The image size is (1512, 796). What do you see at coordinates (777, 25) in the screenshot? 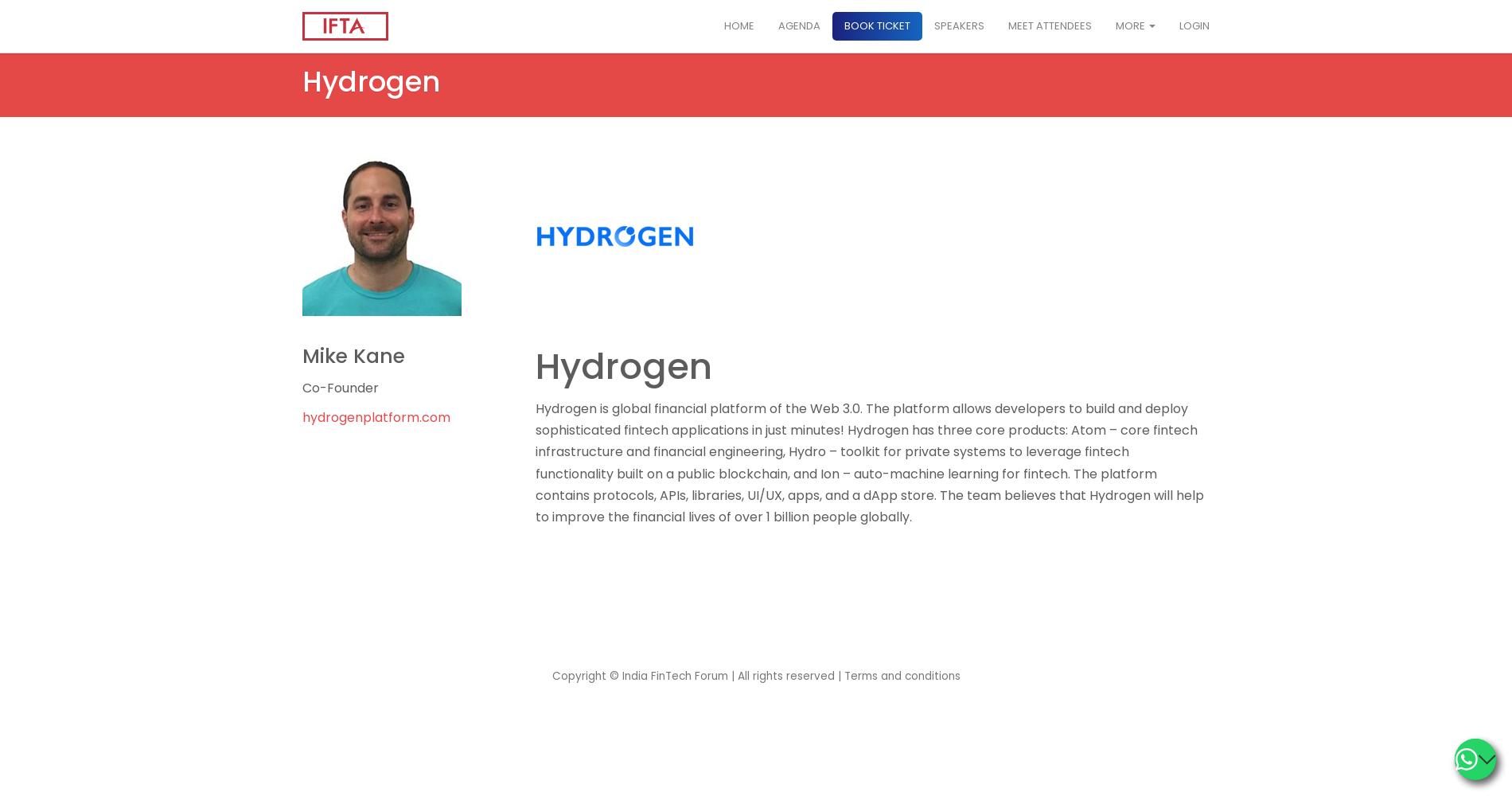
I see `'Agenda'` at bounding box center [777, 25].